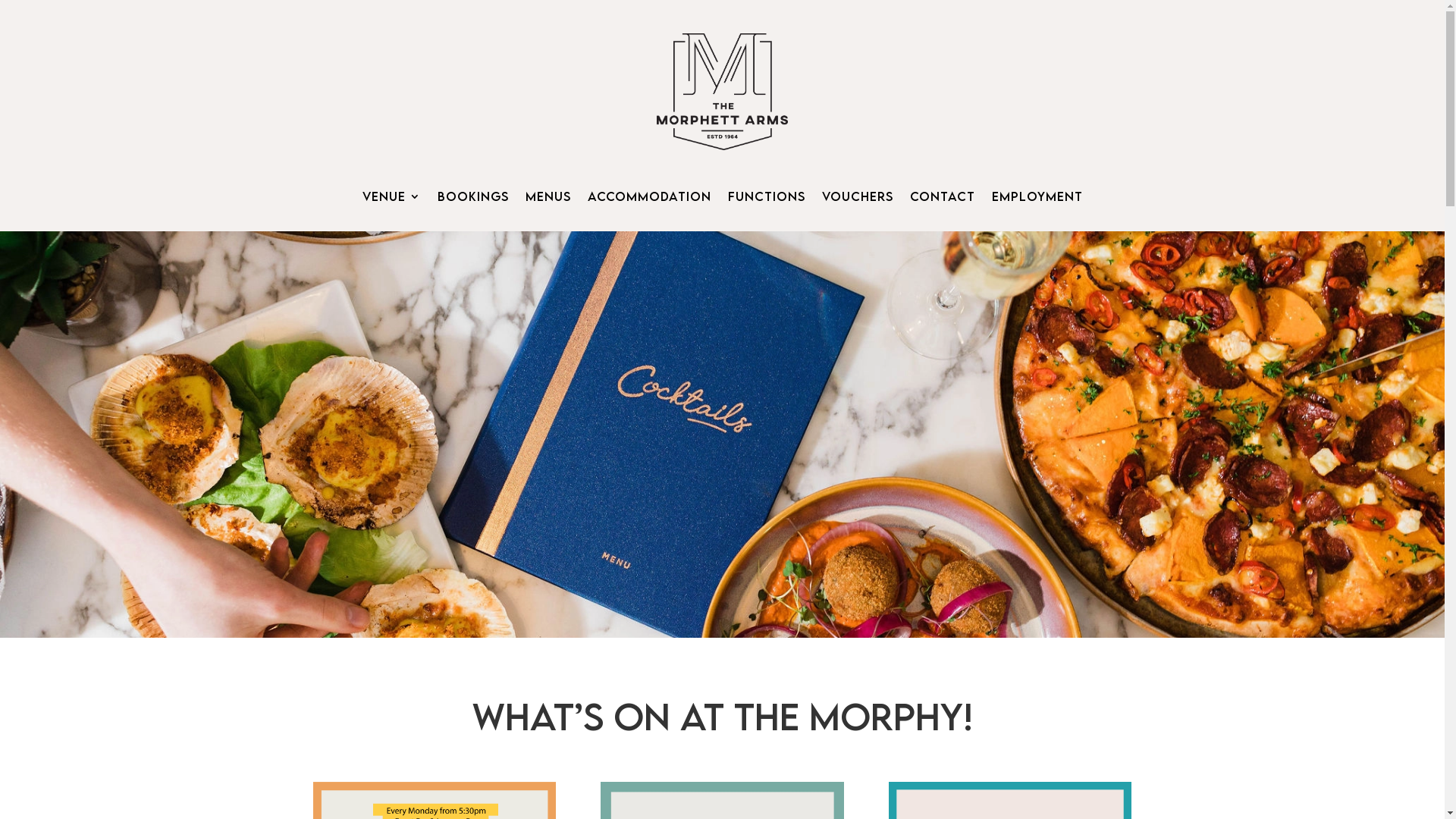  What do you see at coordinates (391, 198) in the screenshot?
I see `'VENUE'` at bounding box center [391, 198].